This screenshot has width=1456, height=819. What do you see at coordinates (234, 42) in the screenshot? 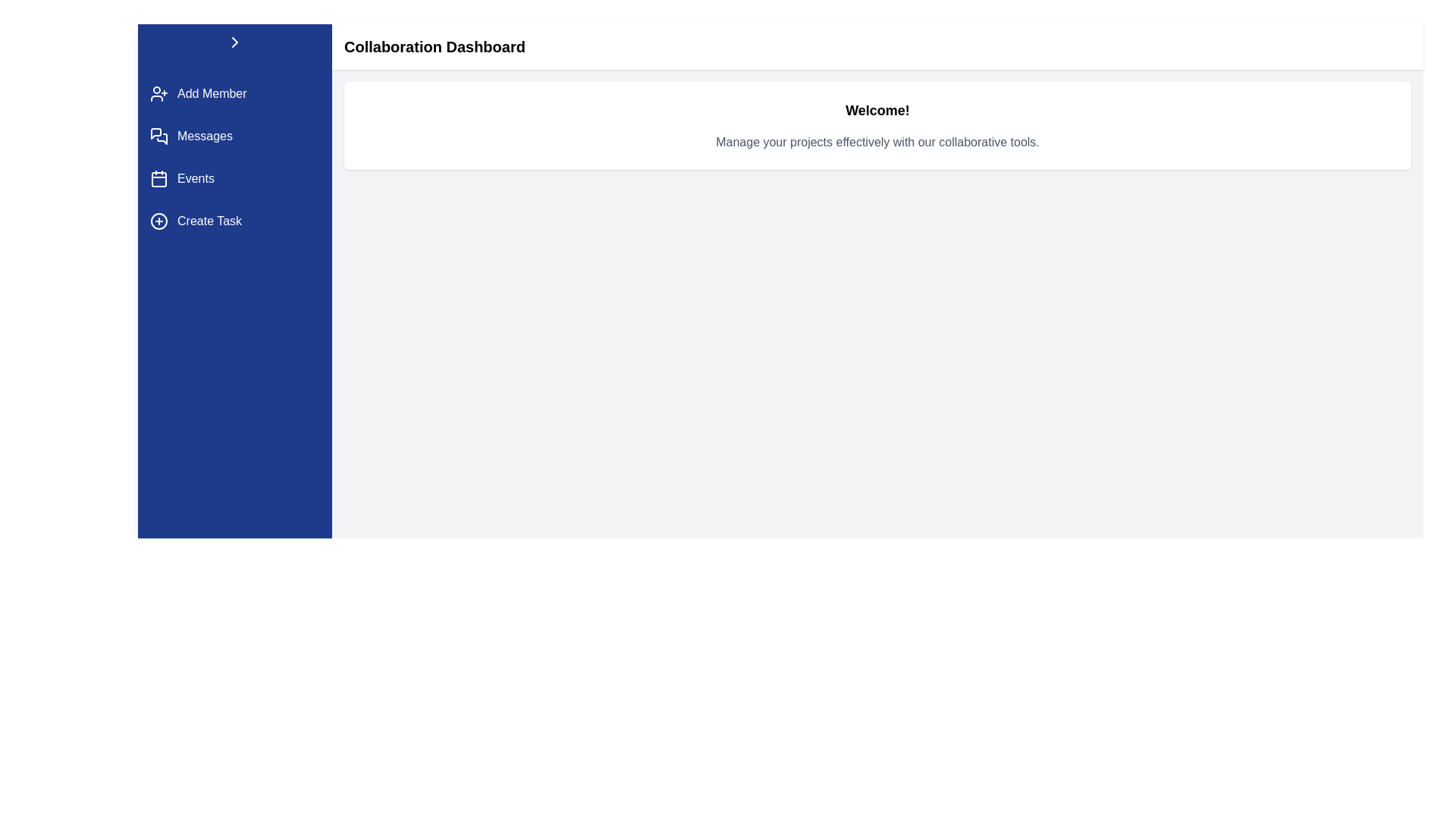
I see `the right-facing chevron icon button located at the top of the vertical navigation bar` at bounding box center [234, 42].